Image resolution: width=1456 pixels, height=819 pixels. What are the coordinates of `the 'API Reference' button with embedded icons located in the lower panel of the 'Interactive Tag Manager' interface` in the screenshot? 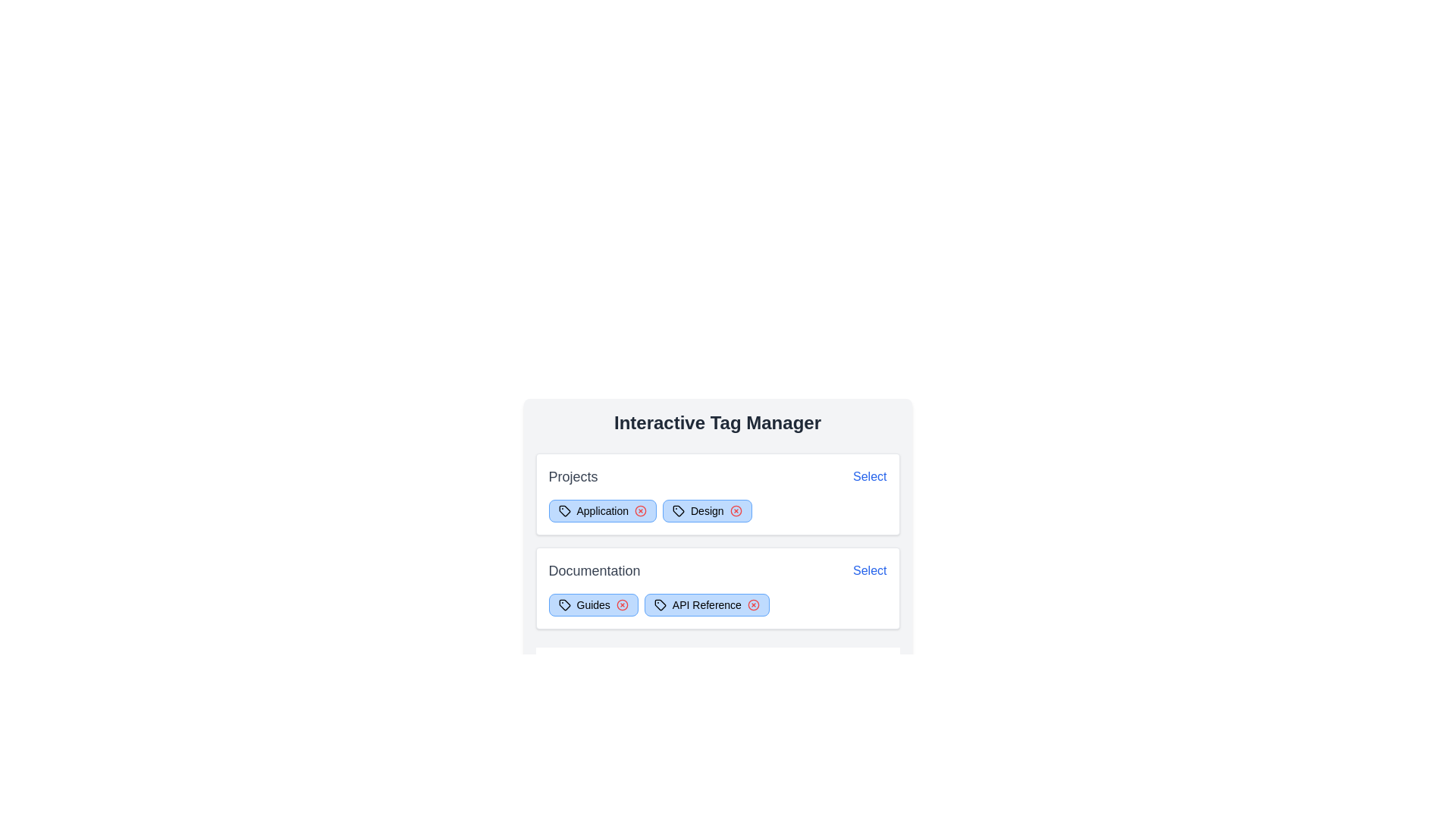 It's located at (706, 604).